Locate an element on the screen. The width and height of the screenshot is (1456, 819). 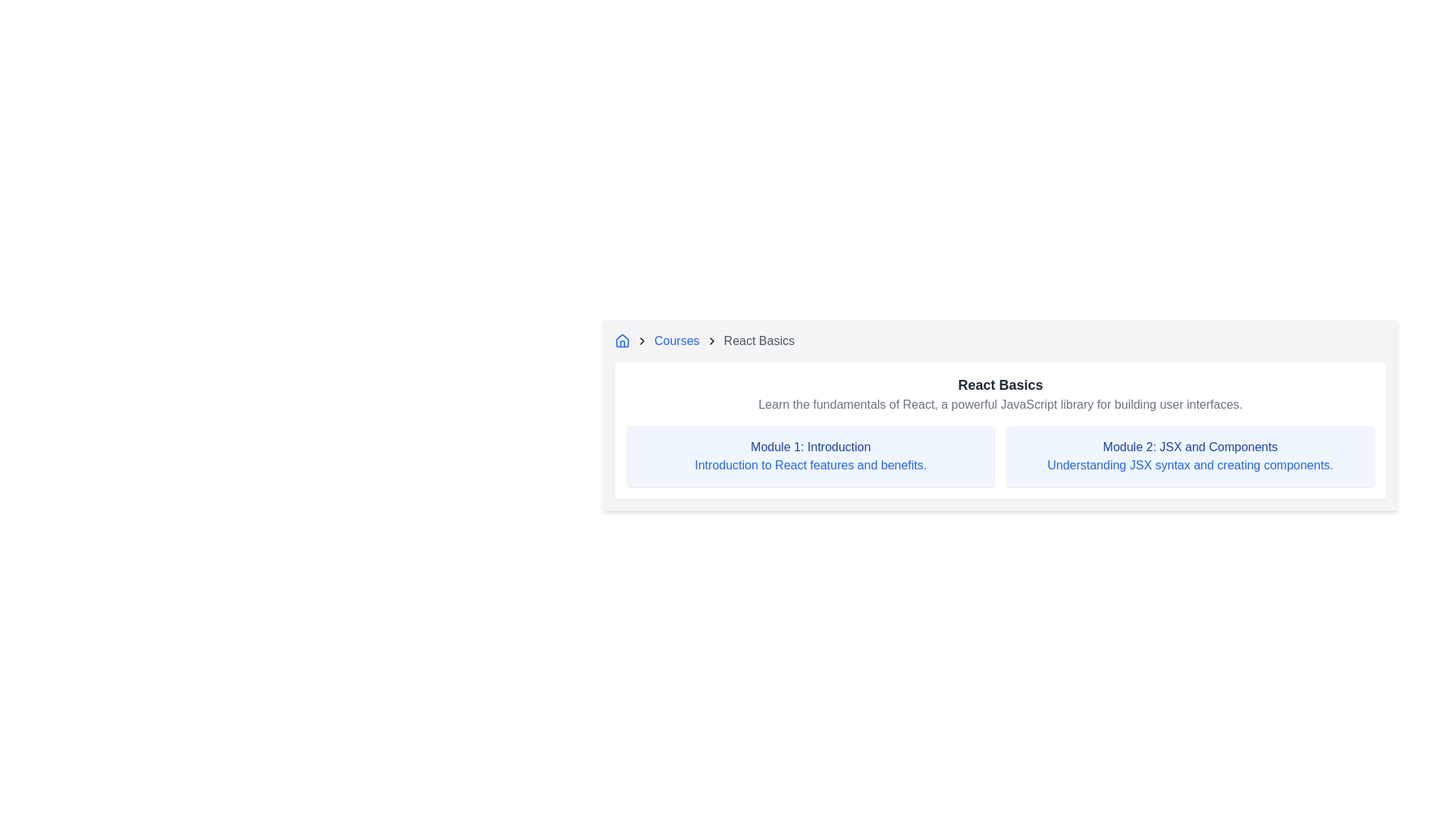
the text label reading 'Module 2: JSX and Components' which is styled in medium blue and bold, located within a blue shaded rectangular card is located at coordinates (1189, 447).